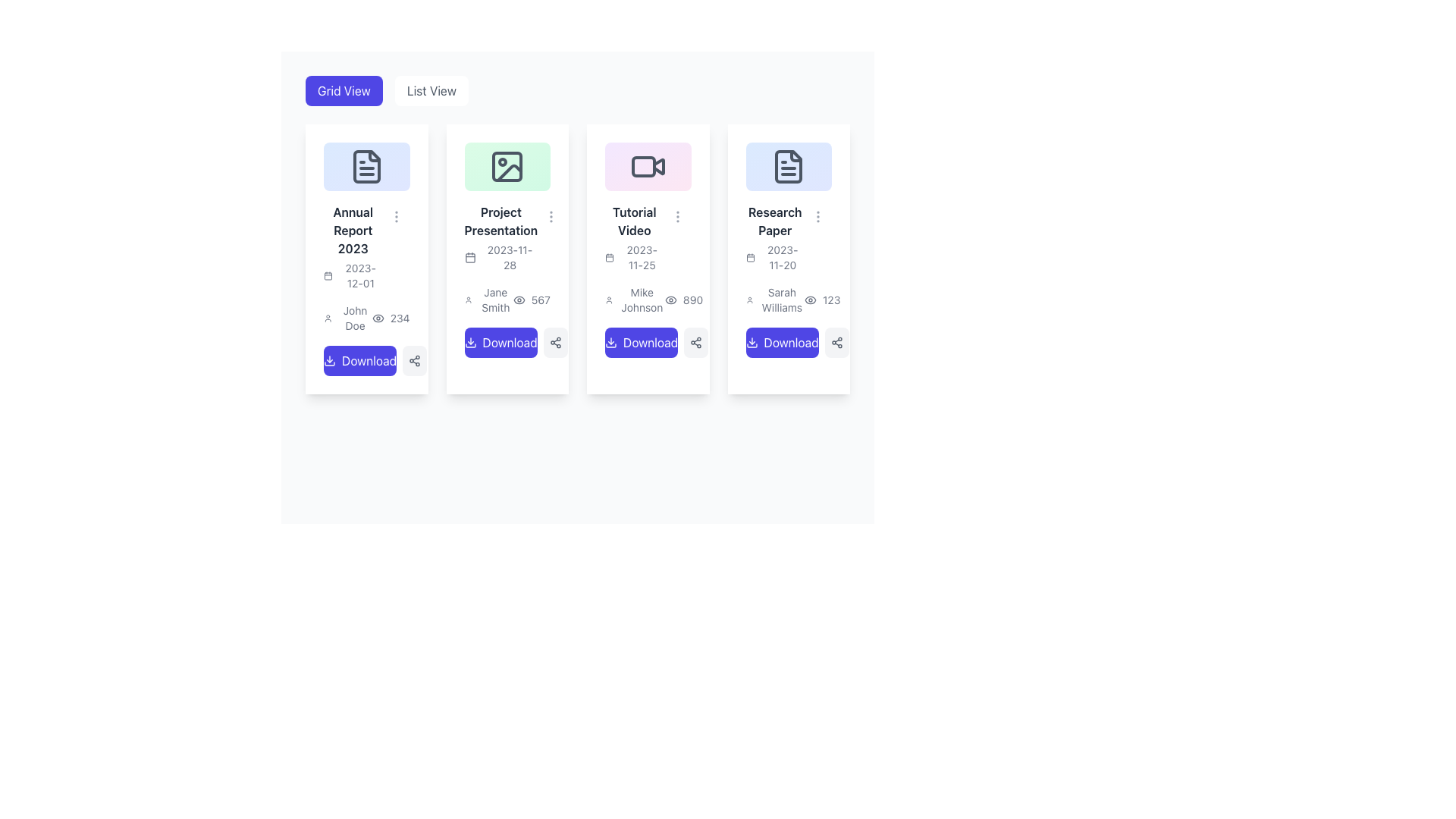 This screenshot has width=1456, height=819. What do you see at coordinates (642, 256) in the screenshot?
I see `the date label displaying '2023-11-25' in gray color, located in the third card from the left, positioned beneath a small calendar icon` at bounding box center [642, 256].